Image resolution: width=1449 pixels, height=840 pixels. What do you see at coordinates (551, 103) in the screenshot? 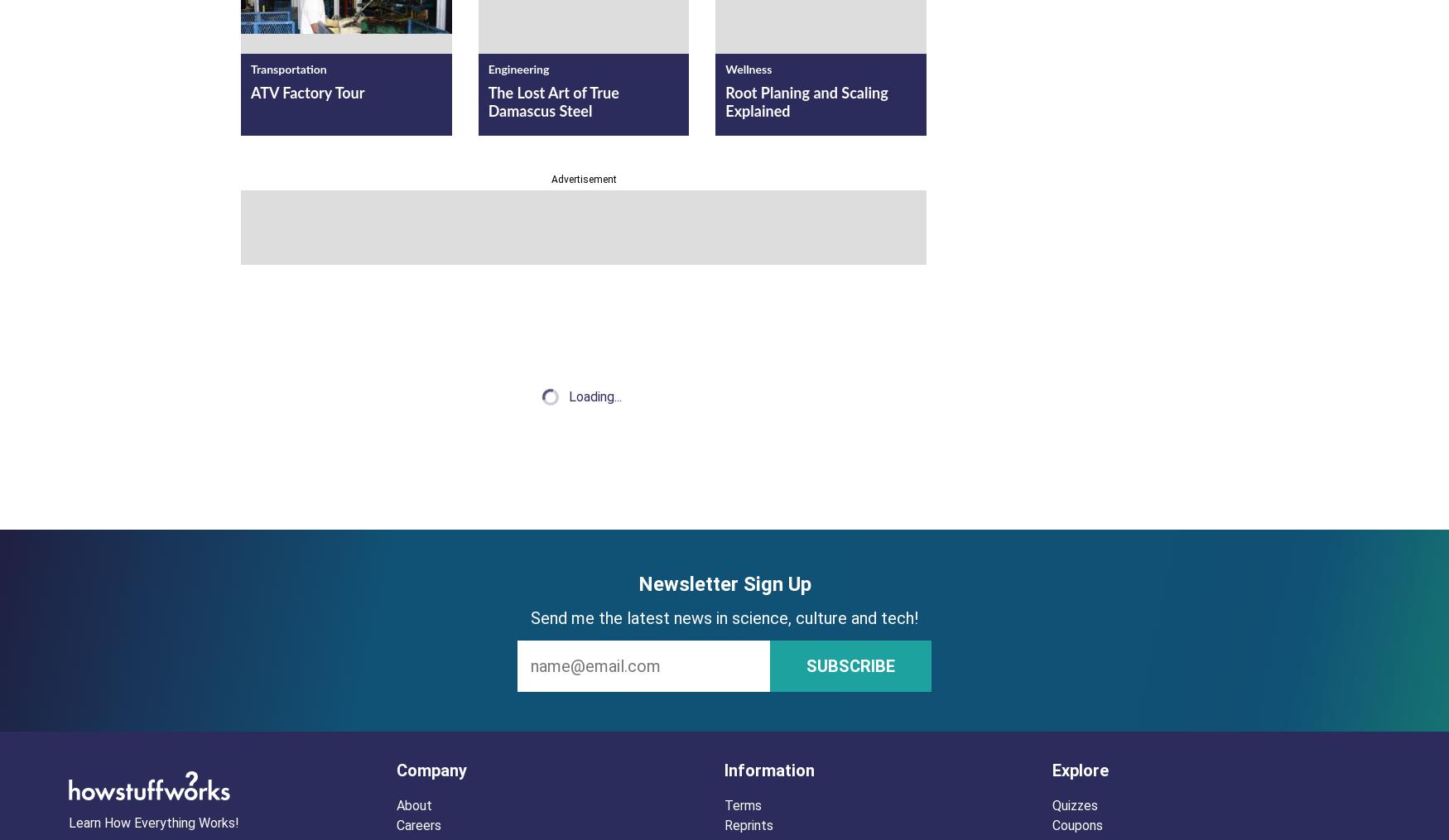
I see `'The Lost Art of True Damascus Steel'` at bounding box center [551, 103].